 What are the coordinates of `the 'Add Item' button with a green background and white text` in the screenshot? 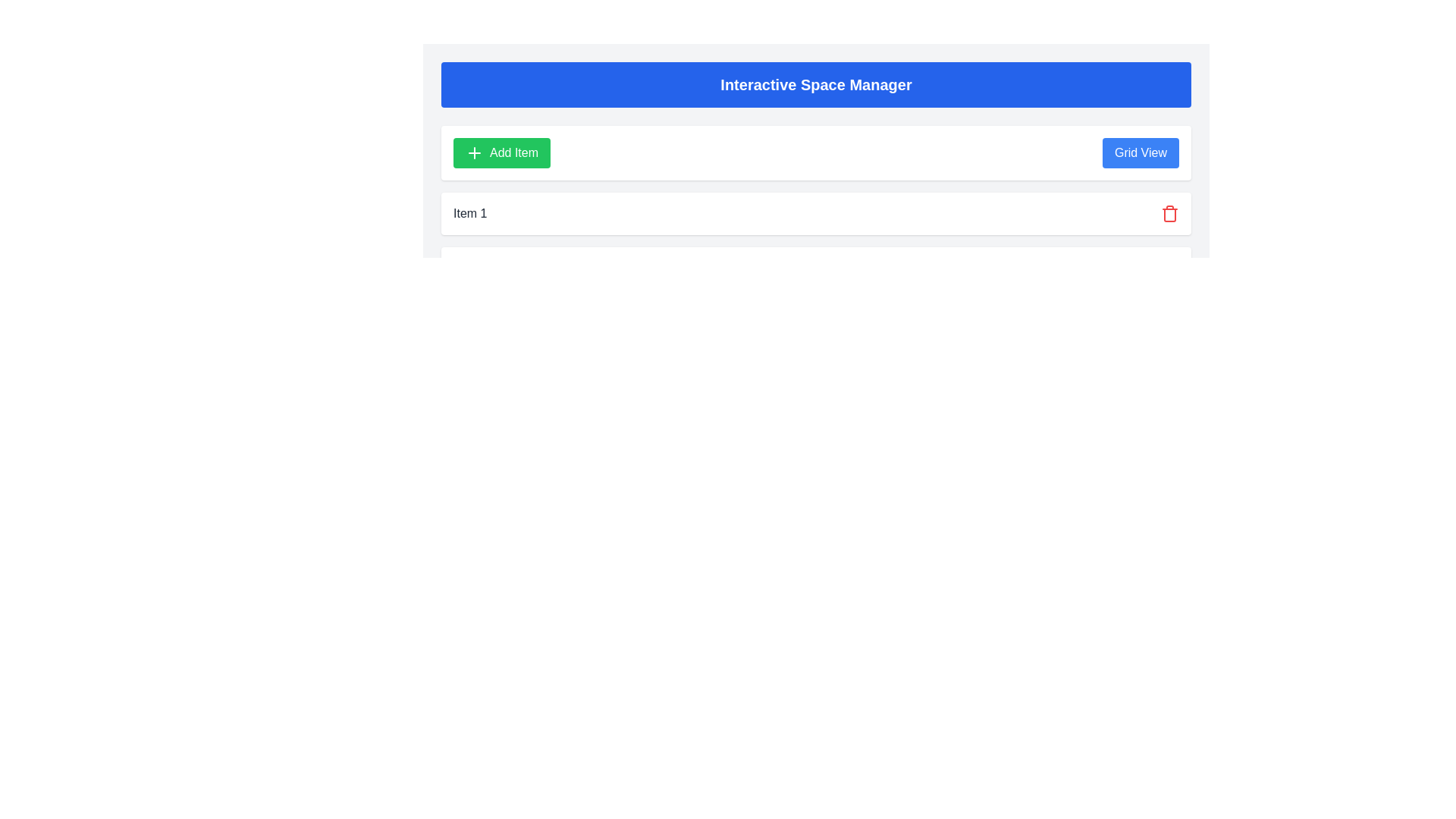 It's located at (502, 152).